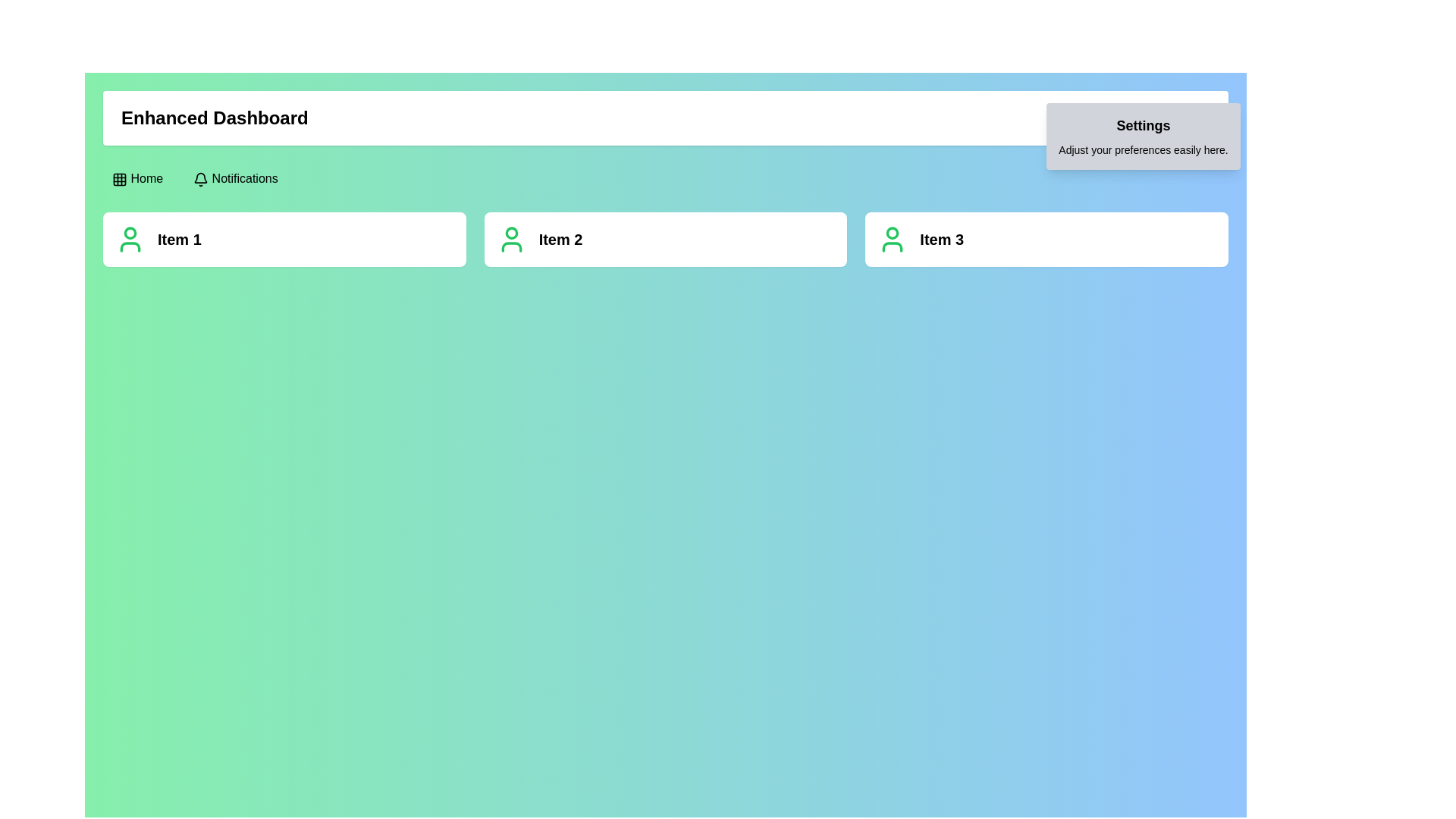  What do you see at coordinates (511, 233) in the screenshot?
I see `the Decorative SVG circle, which is a green circular outline located centrally within the user icon in the 'Item 2' card` at bounding box center [511, 233].